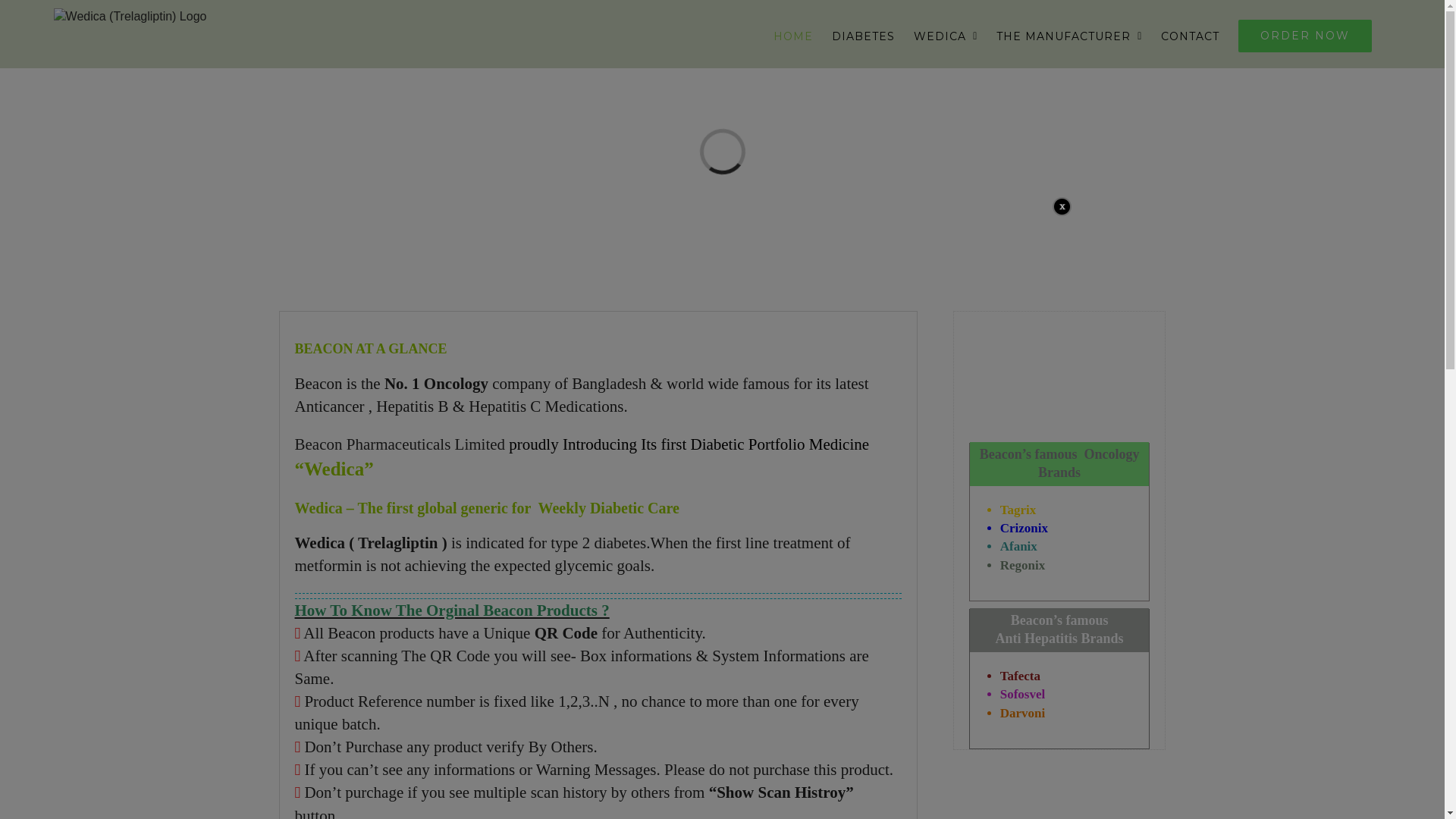 The image size is (1456, 819). Describe the element at coordinates (1018, 510) in the screenshot. I see `'Tagrix'` at that location.